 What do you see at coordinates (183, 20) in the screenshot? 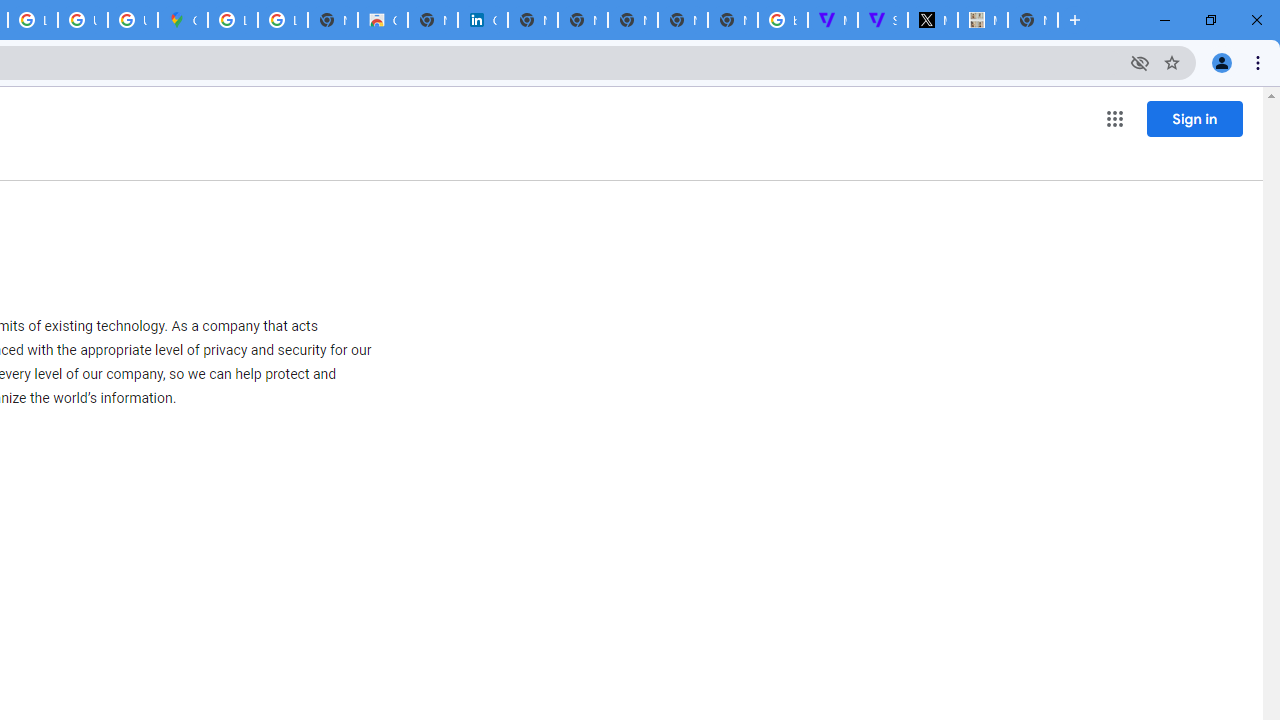
I see `'Google Maps'` at bounding box center [183, 20].